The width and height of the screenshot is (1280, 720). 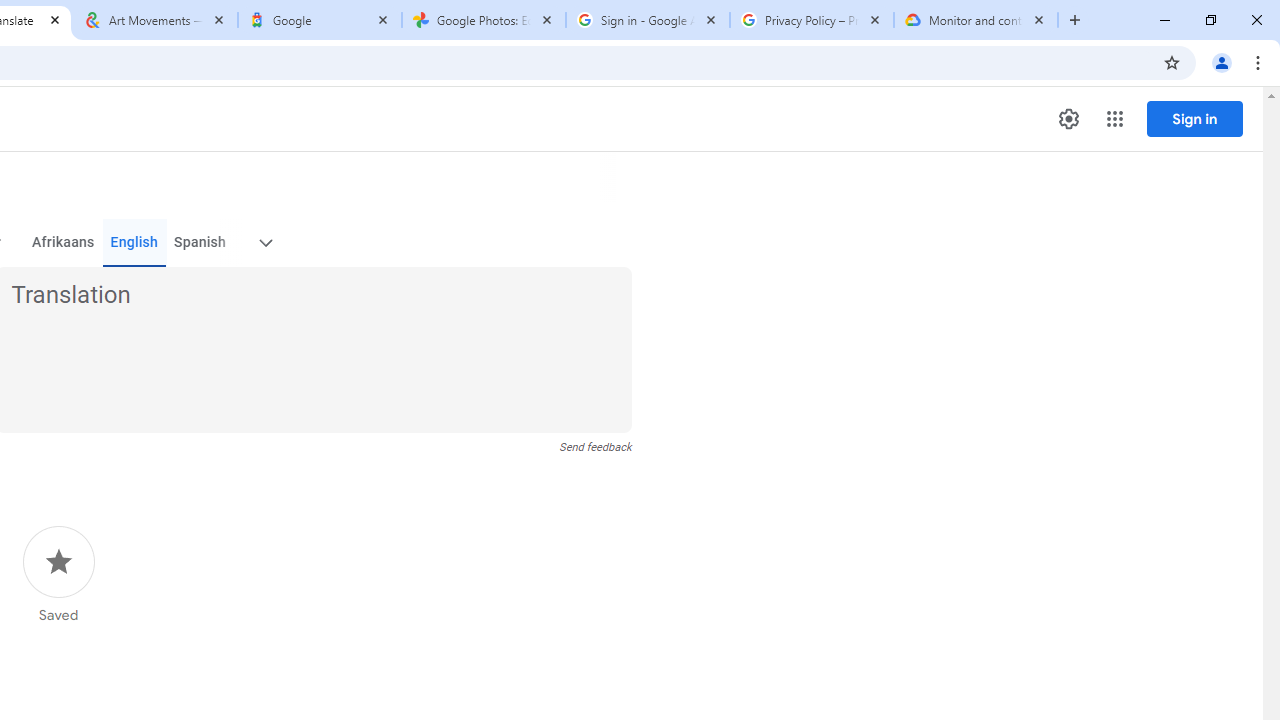 What do you see at coordinates (199, 242) in the screenshot?
I see `'Spanish'` at bounding box center [199, 242].